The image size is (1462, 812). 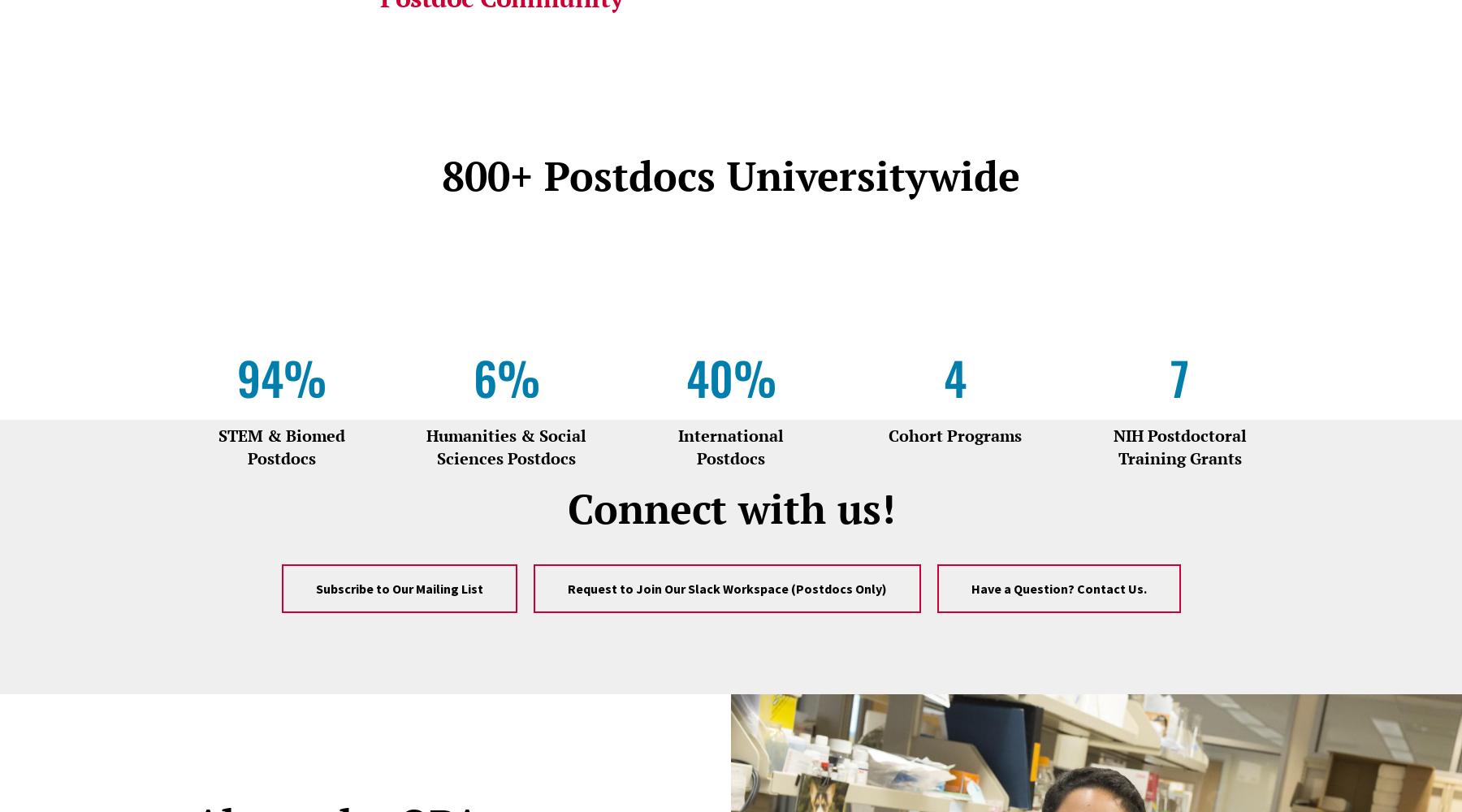 What do you see at coordinates (1170, 376) in the screenshot?
I see `'7'` at bounding box center [1170, 376].